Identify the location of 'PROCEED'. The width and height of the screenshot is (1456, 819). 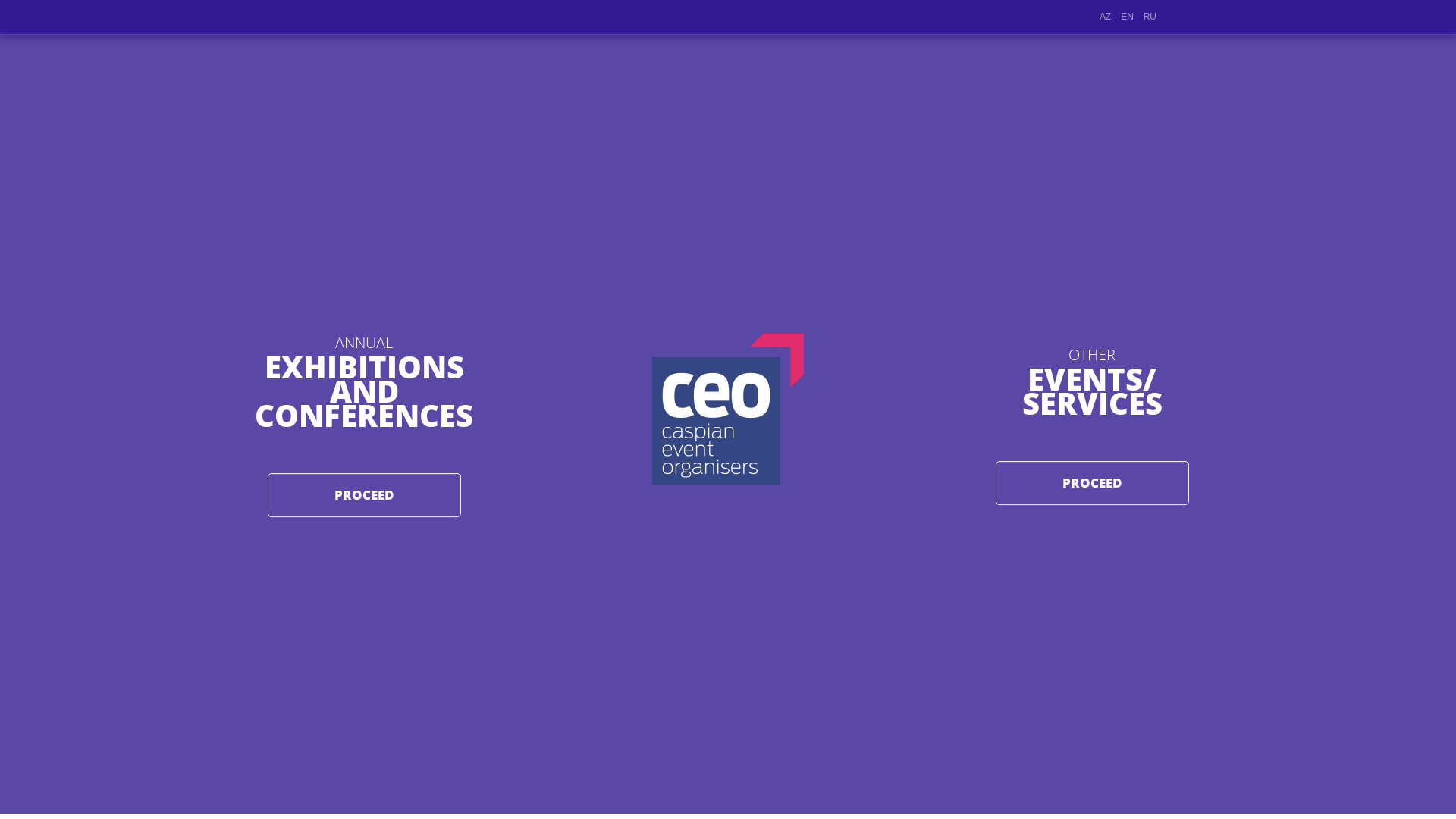
(1090, 482).